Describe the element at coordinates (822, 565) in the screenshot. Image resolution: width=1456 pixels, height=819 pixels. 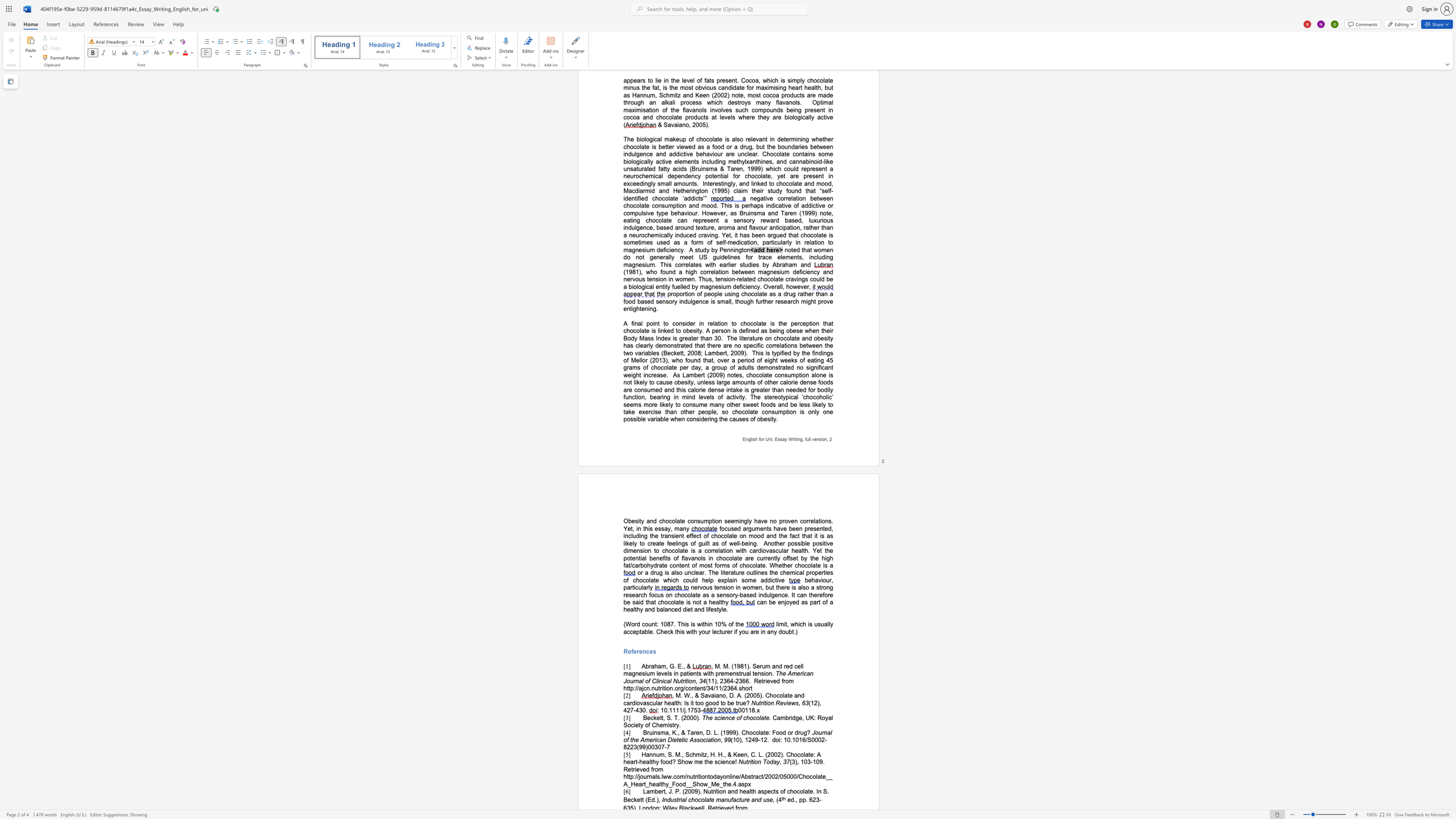
I see `the subset text "is a" within the text "Whether chocolate is a"` at that location.